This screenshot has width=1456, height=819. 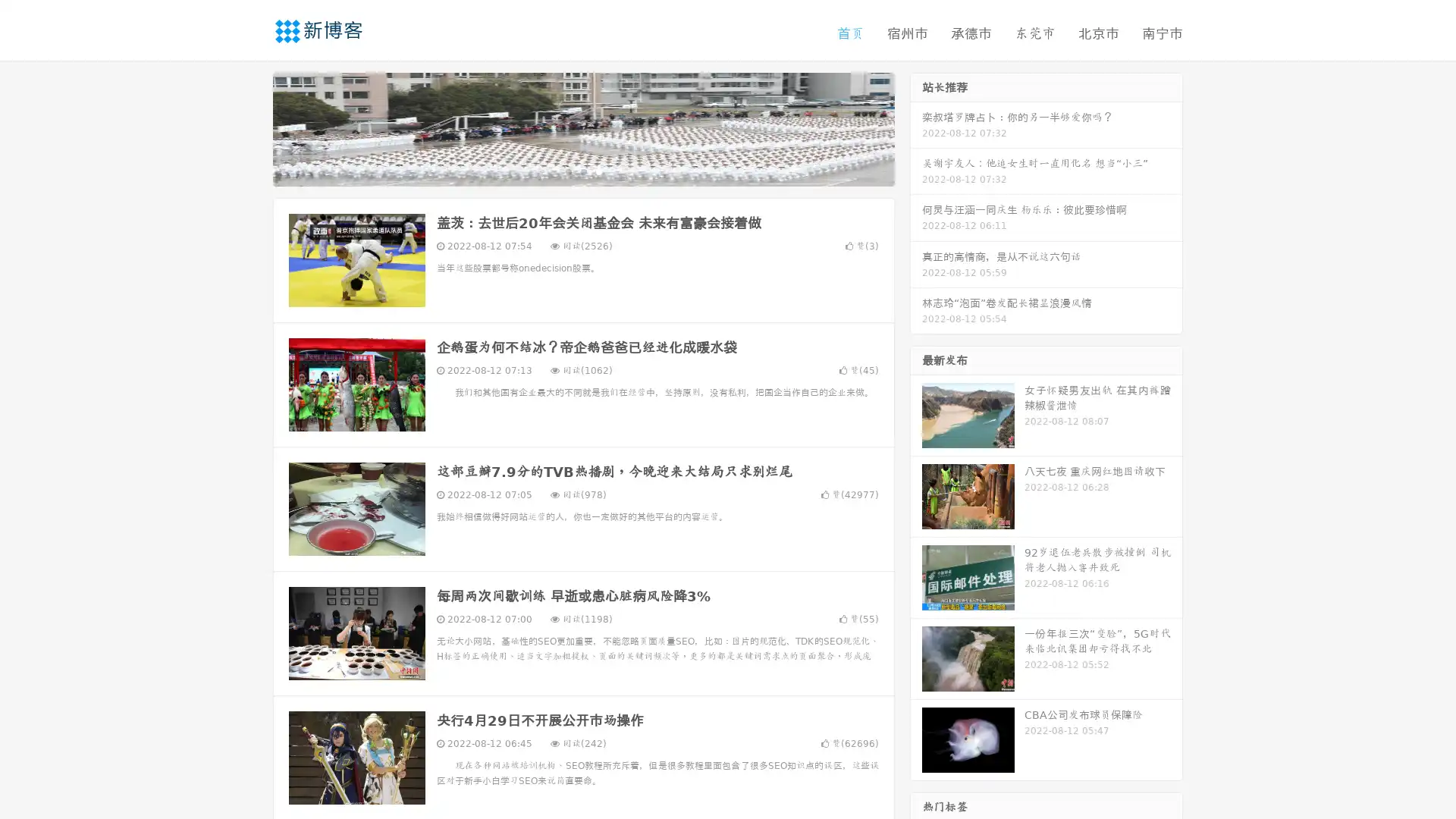 What do you see at coordinates (582, 171) in the screenshot?
I see `Go to slide 2` at bounding box center [582, 171].